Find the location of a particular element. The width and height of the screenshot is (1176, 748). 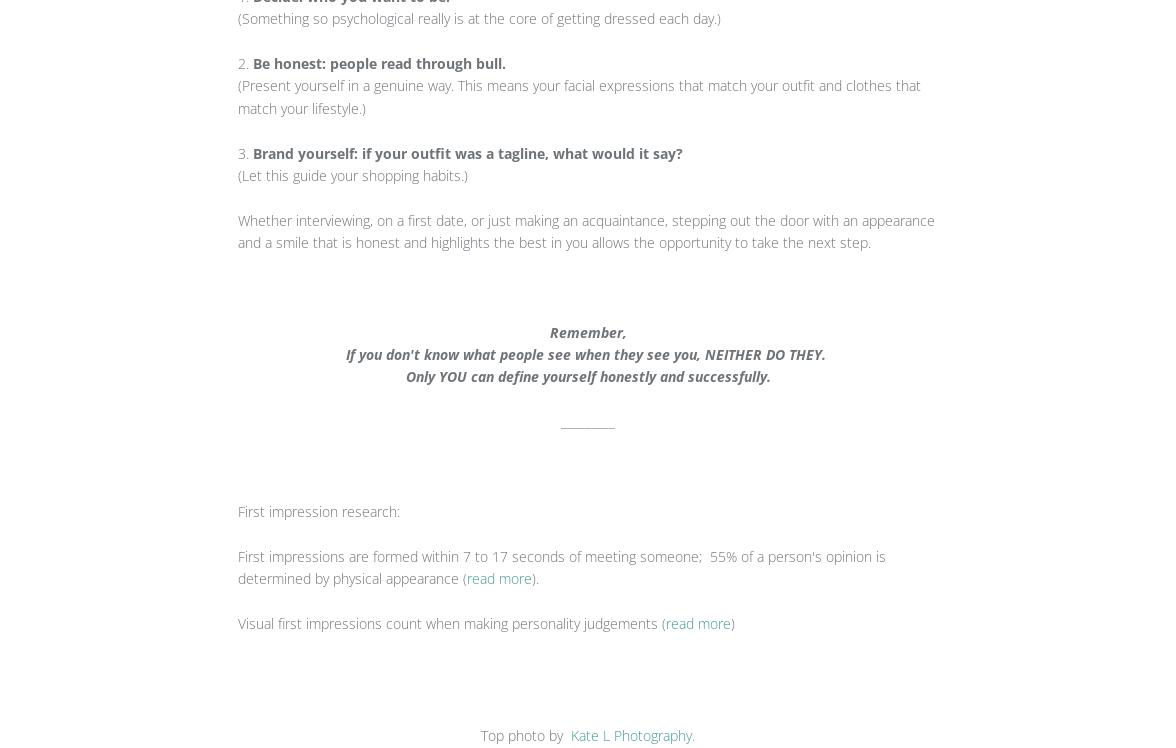

'Visual first impressions count when making personality judgements (' is located at coordinates (452, 621).